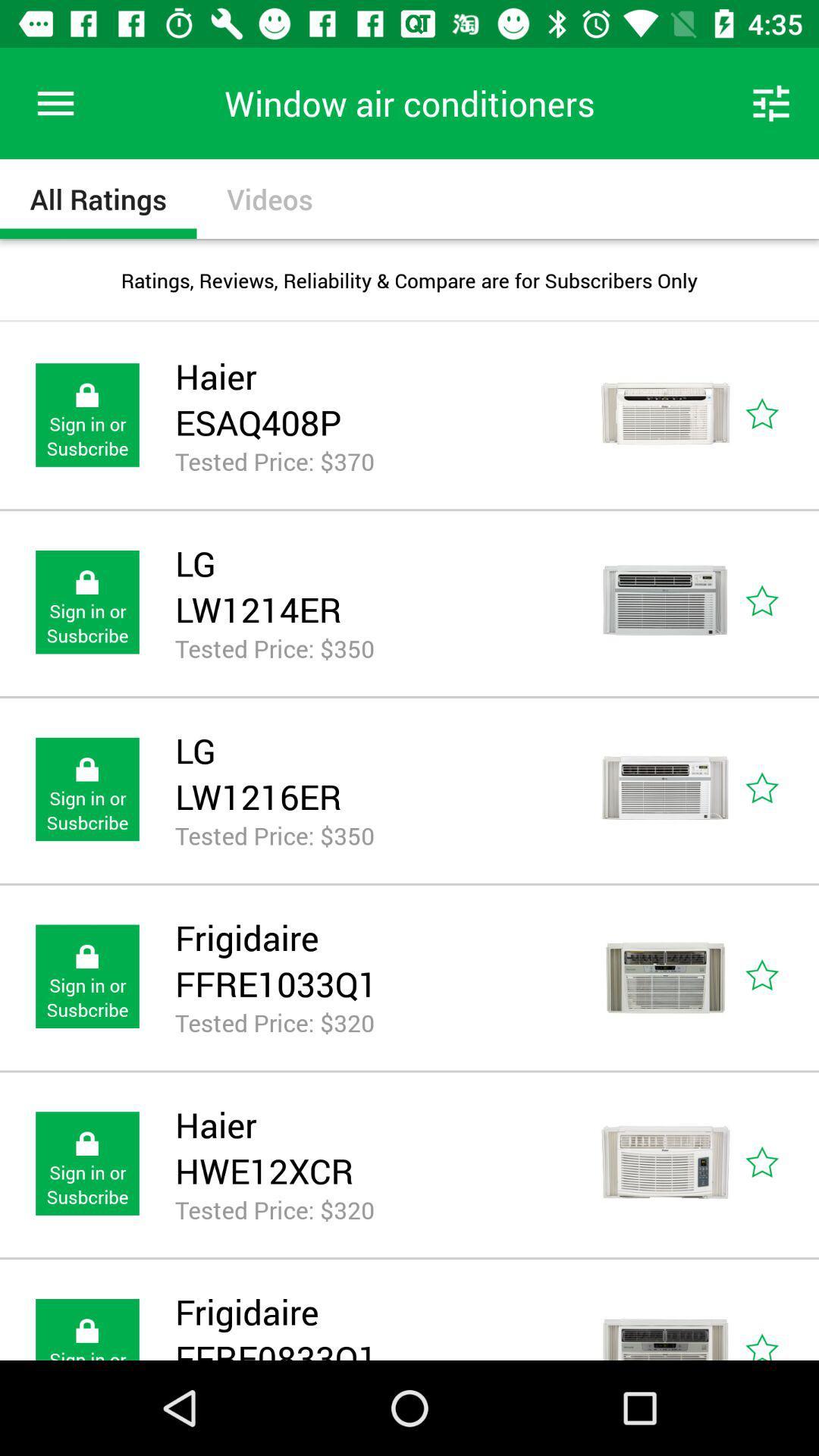 This screenshot has width=819, height=1456. I want to click on to favorites, so click(779, 415).